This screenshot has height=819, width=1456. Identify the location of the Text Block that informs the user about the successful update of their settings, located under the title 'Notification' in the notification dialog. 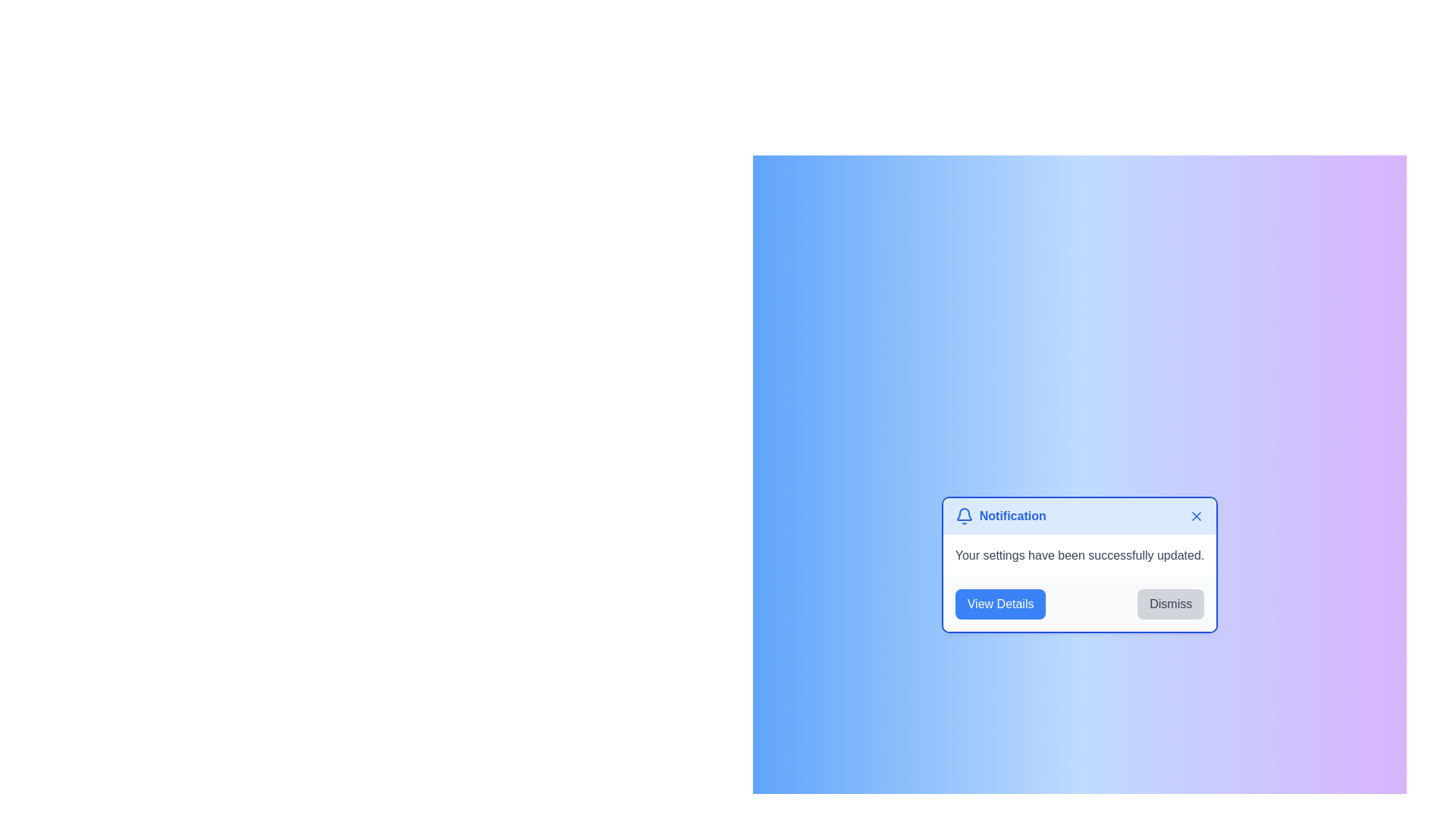
(1079, 555).